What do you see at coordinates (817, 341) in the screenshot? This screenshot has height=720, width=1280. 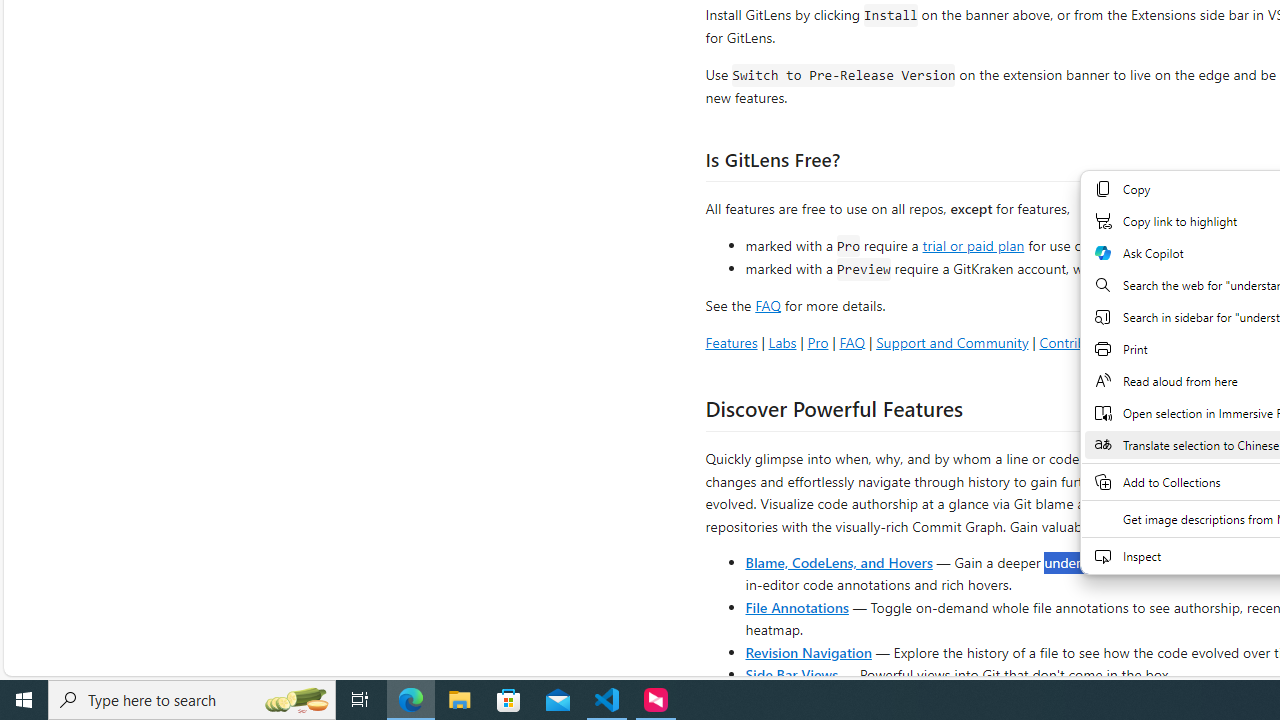 I see `'Pro'` at bounding box center [817, 341].